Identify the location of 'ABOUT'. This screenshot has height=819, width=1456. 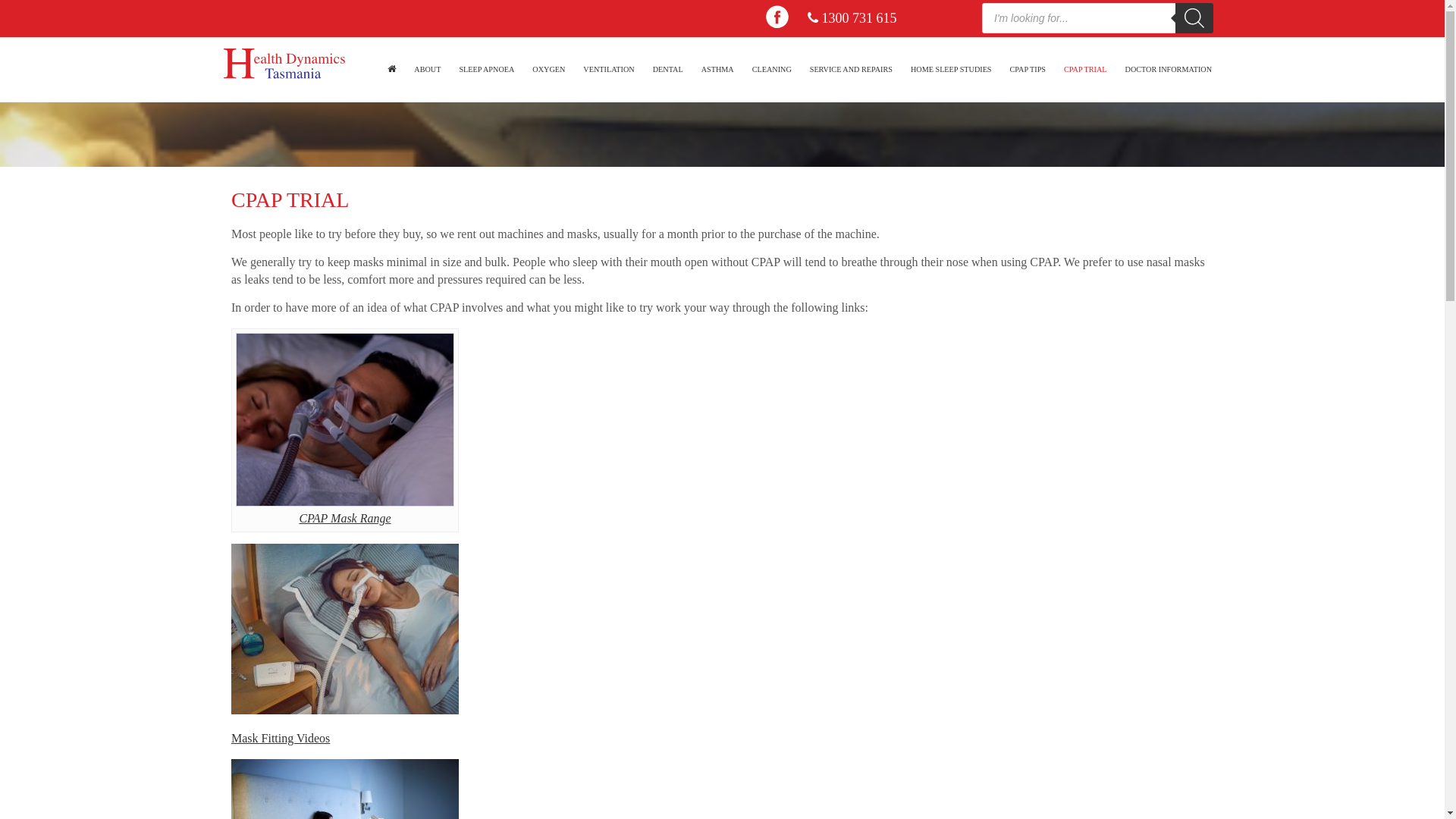
(426, 69).